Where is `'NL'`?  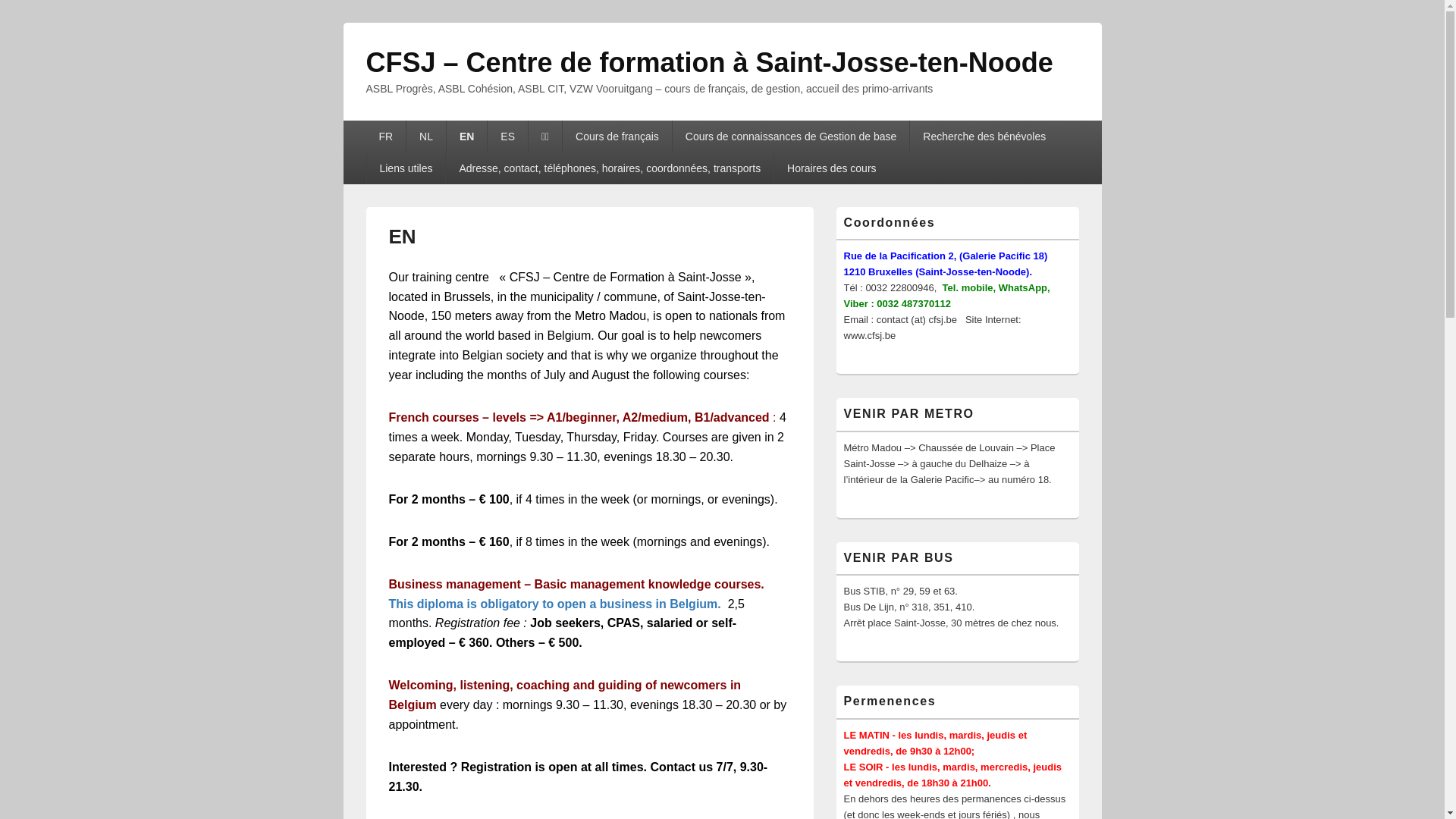
'NL' is located at coordinates (425, 136).